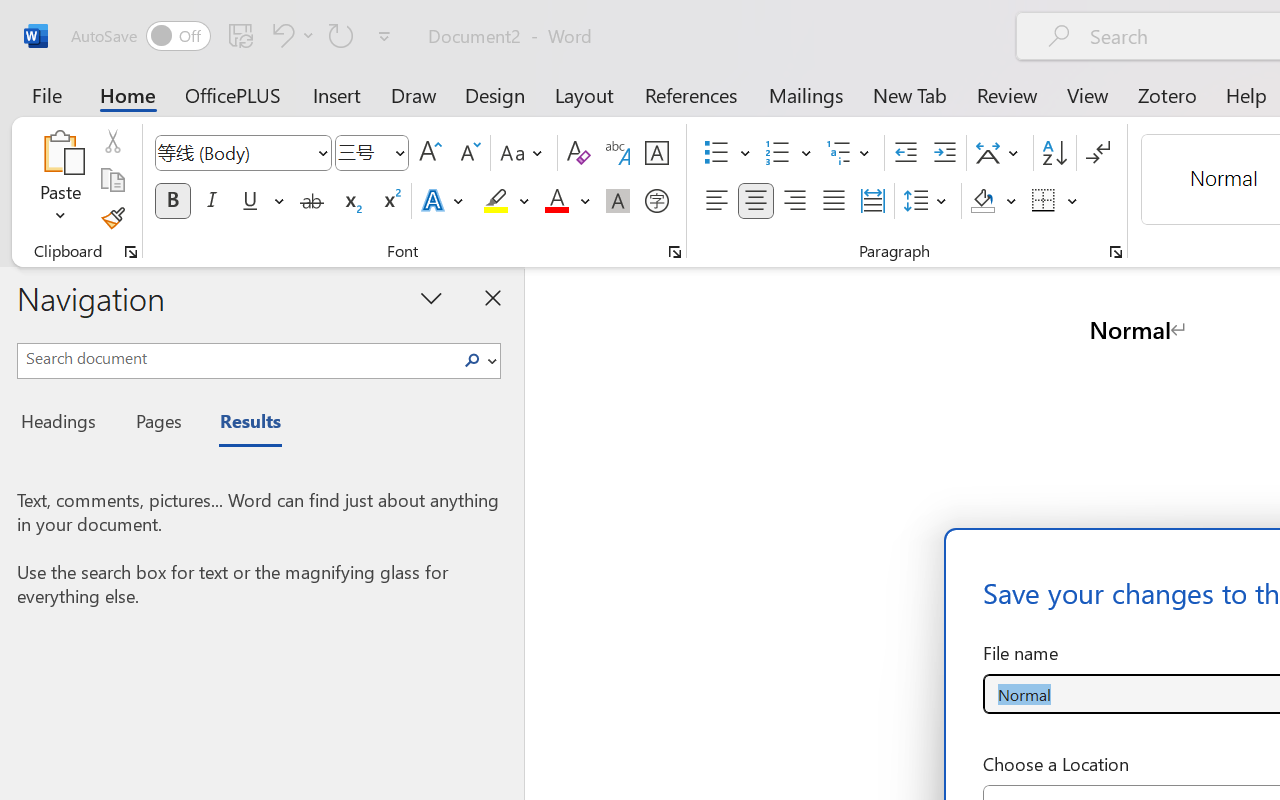 Image resolution: width=1280 pixels, height=800 pixels. I want to click on 'Draw', so click(413, 94).